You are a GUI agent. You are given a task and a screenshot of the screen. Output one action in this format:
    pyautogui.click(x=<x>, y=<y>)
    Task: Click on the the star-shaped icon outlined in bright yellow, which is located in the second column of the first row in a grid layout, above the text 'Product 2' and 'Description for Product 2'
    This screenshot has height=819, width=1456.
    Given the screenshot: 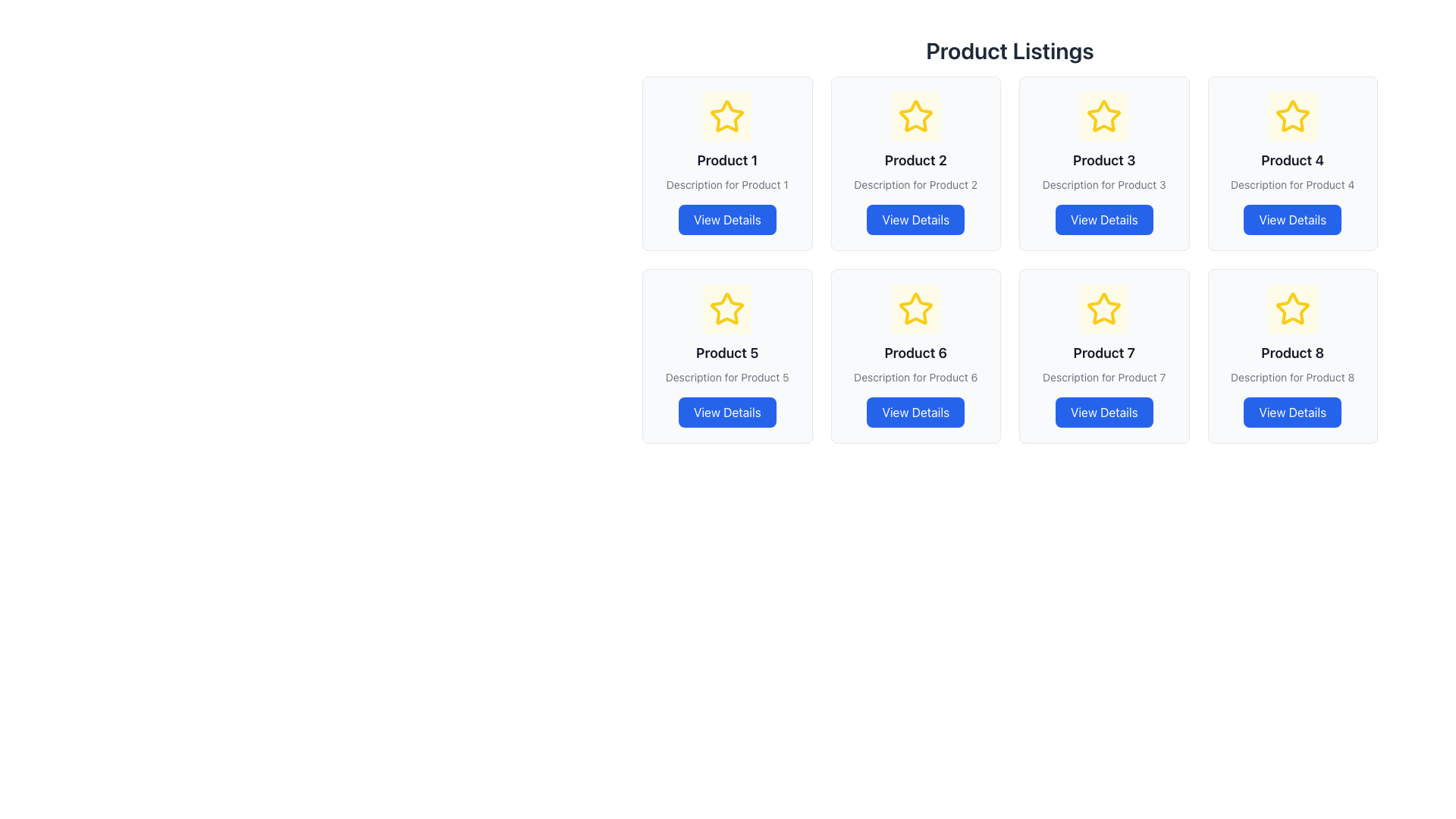 What is the action you would take?
    pyautogui.click(x=915, y=116)
    